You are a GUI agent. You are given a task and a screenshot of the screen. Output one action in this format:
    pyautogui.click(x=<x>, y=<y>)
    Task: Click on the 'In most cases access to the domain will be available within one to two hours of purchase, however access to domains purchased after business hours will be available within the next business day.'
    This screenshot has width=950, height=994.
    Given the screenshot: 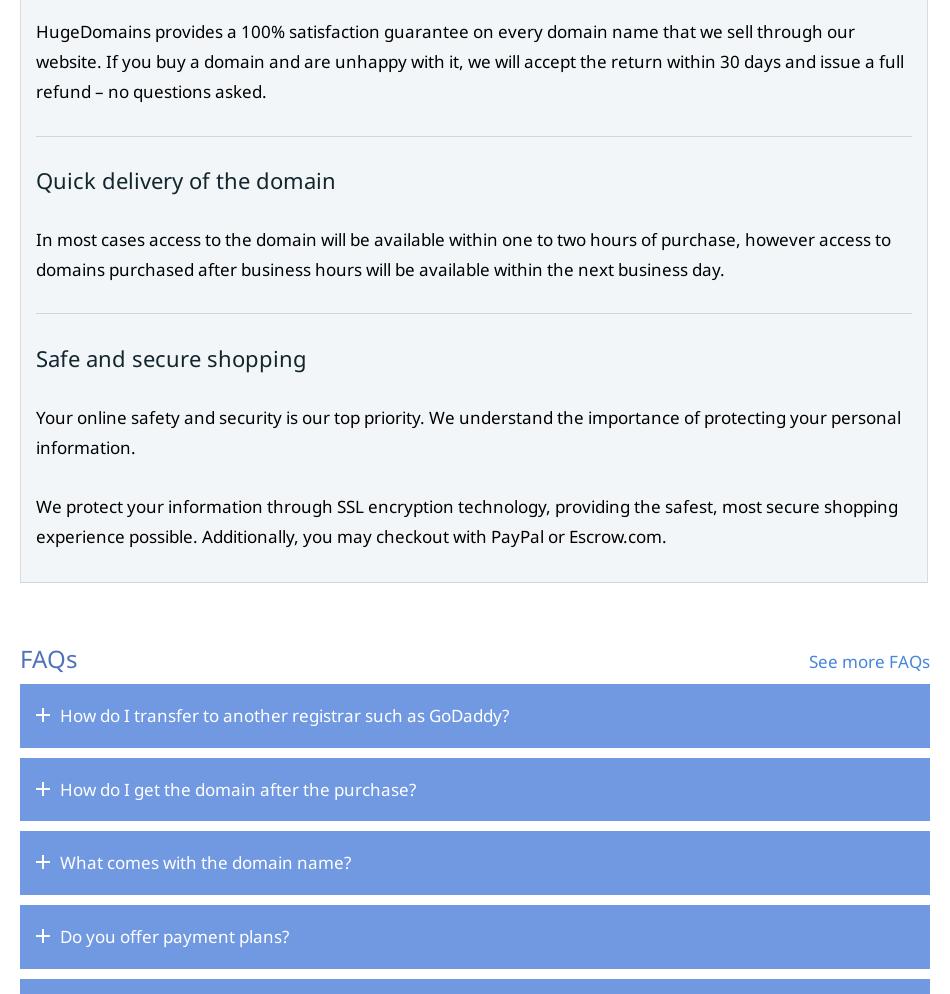 What is the action you would take?
    pyautogui.click(x=462, y=252)
    